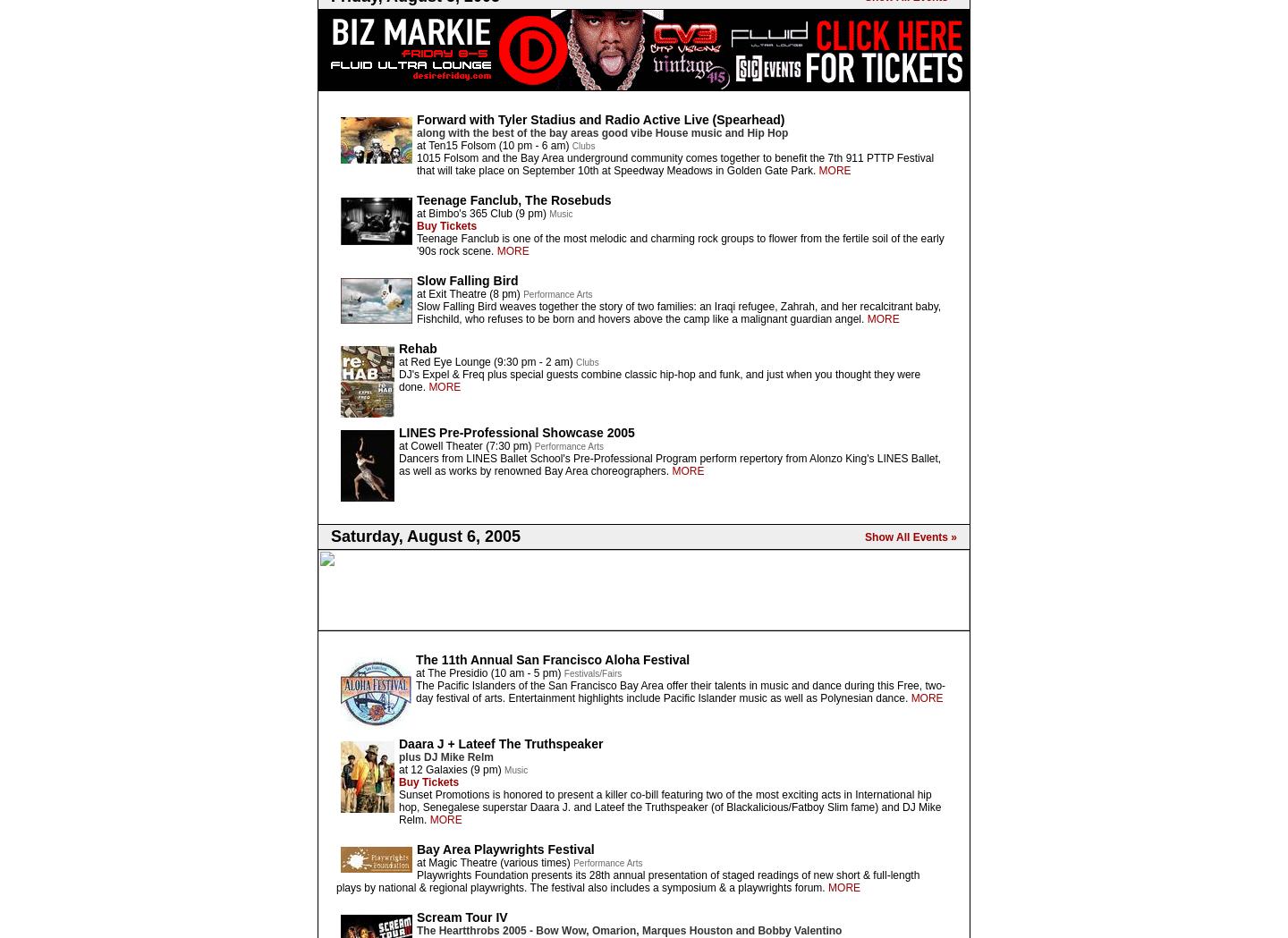  What do you see at coordinates (416, 243) in the screenshot?
I see `'Teenage Fanclub is one of the most melodic and charming rock groups to flower from the fertile soil of the early '90s rock scene.'` at bounding box center [416, 243].